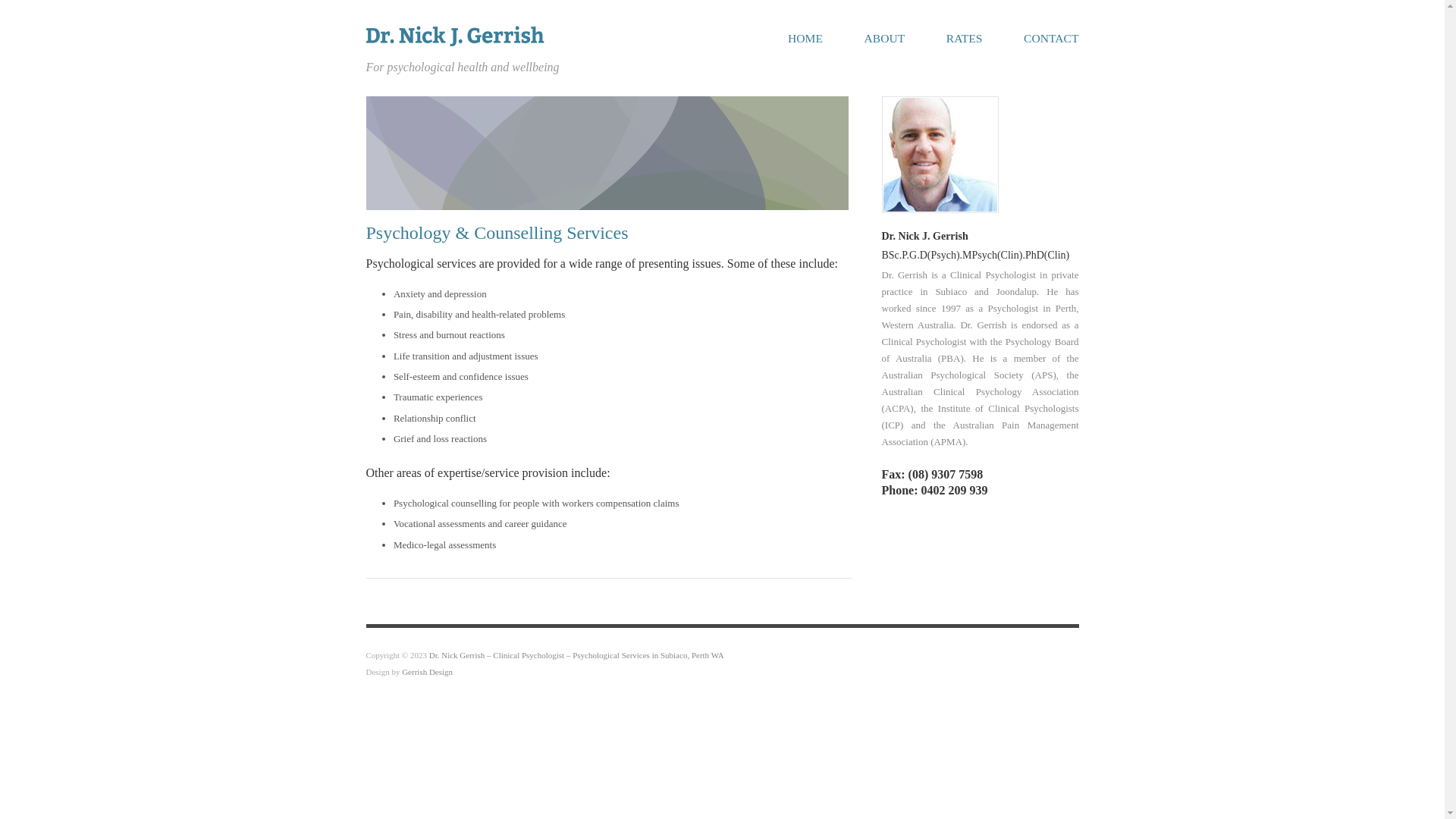  What do you see at coordinates (804, 37) in the screenshot?
I see `'HOME'` at bounding box center [804, 37].